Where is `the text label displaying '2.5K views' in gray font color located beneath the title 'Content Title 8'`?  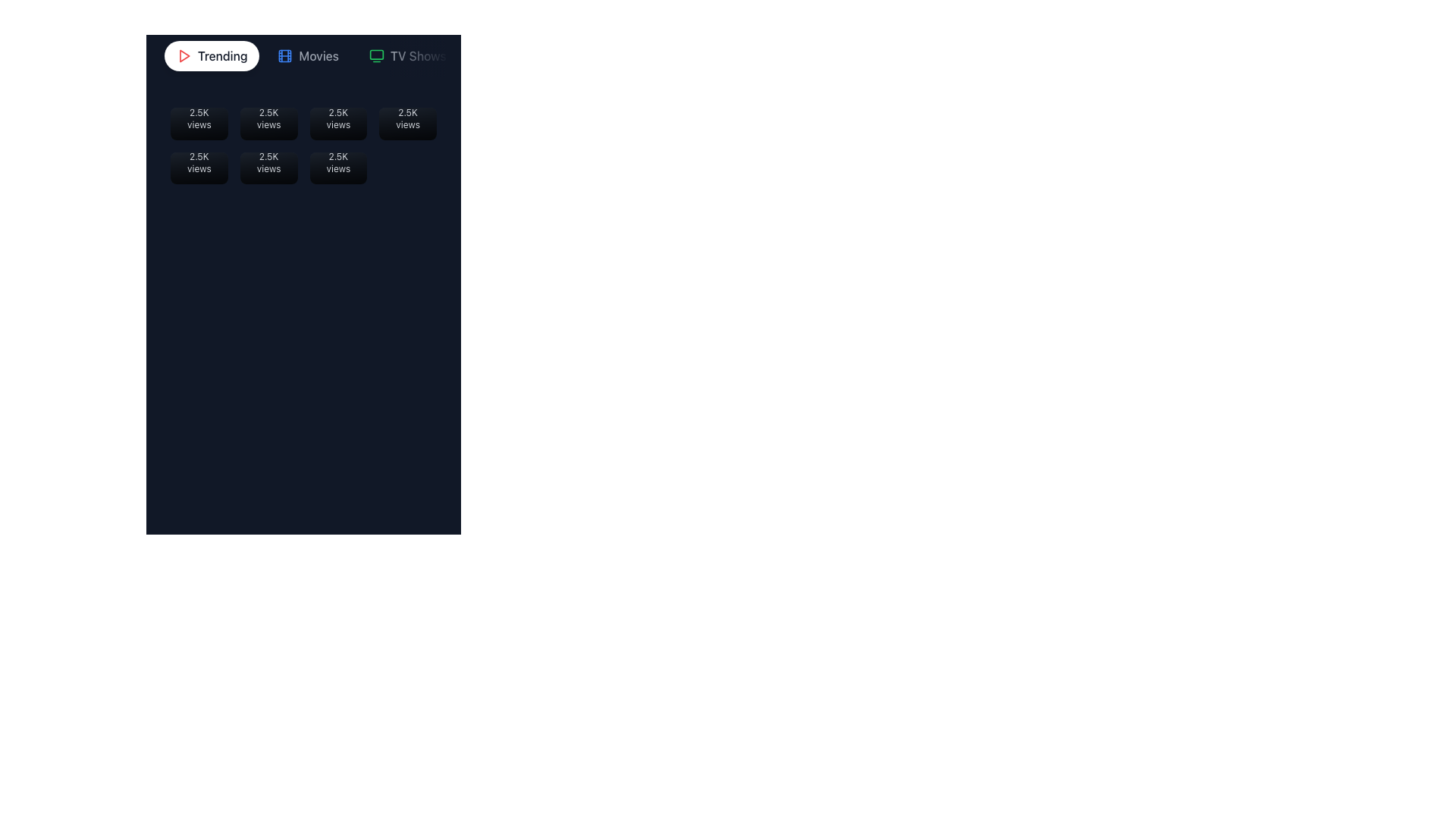
the text label displaying '2.5K views' in gray font color located beneath the title 'Content Title 8' is located at coordinates (337, 163).